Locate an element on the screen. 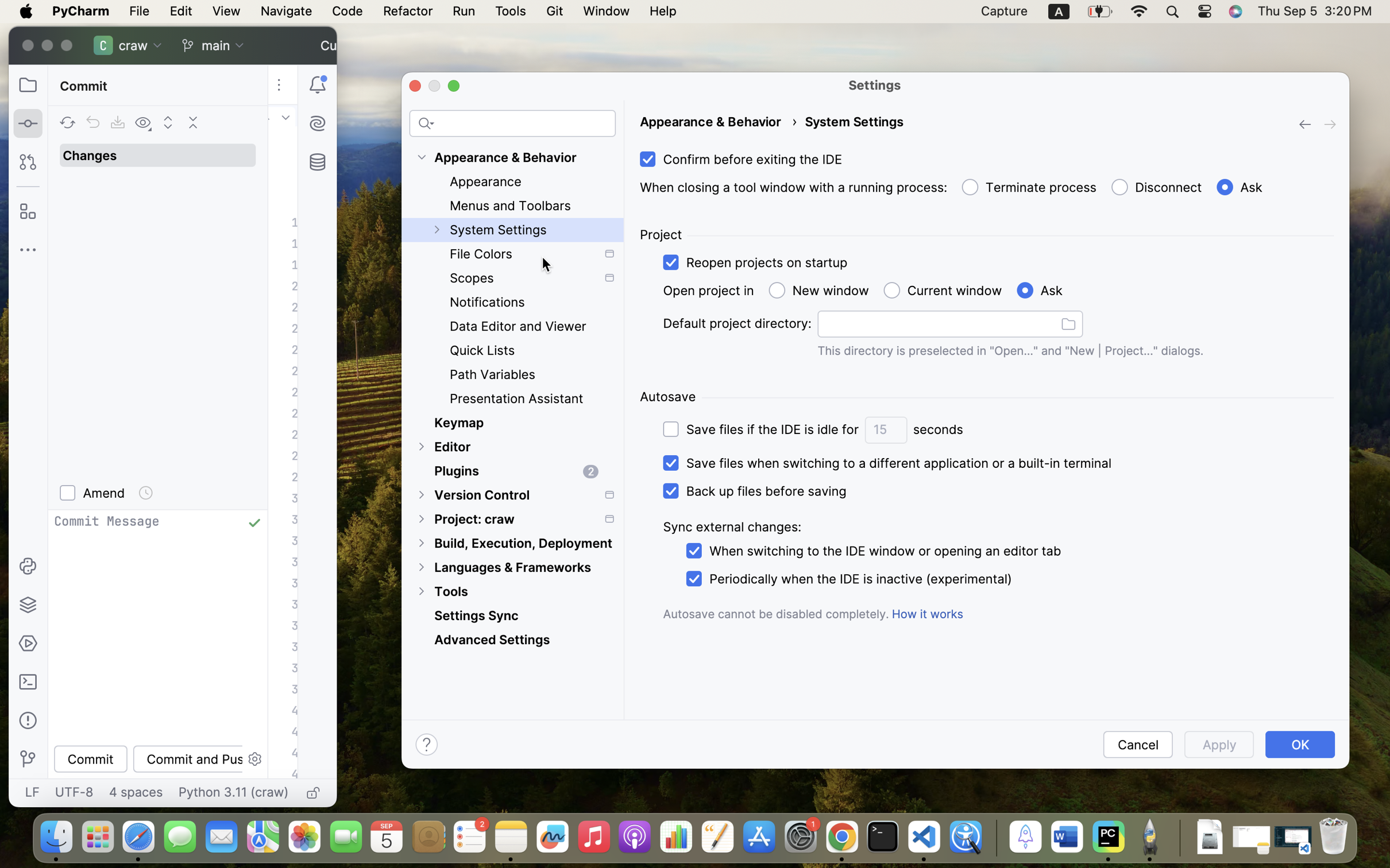 This screenshot has width=1390, height=868. 'Default project directory:' is located at coordinates (737, 323).